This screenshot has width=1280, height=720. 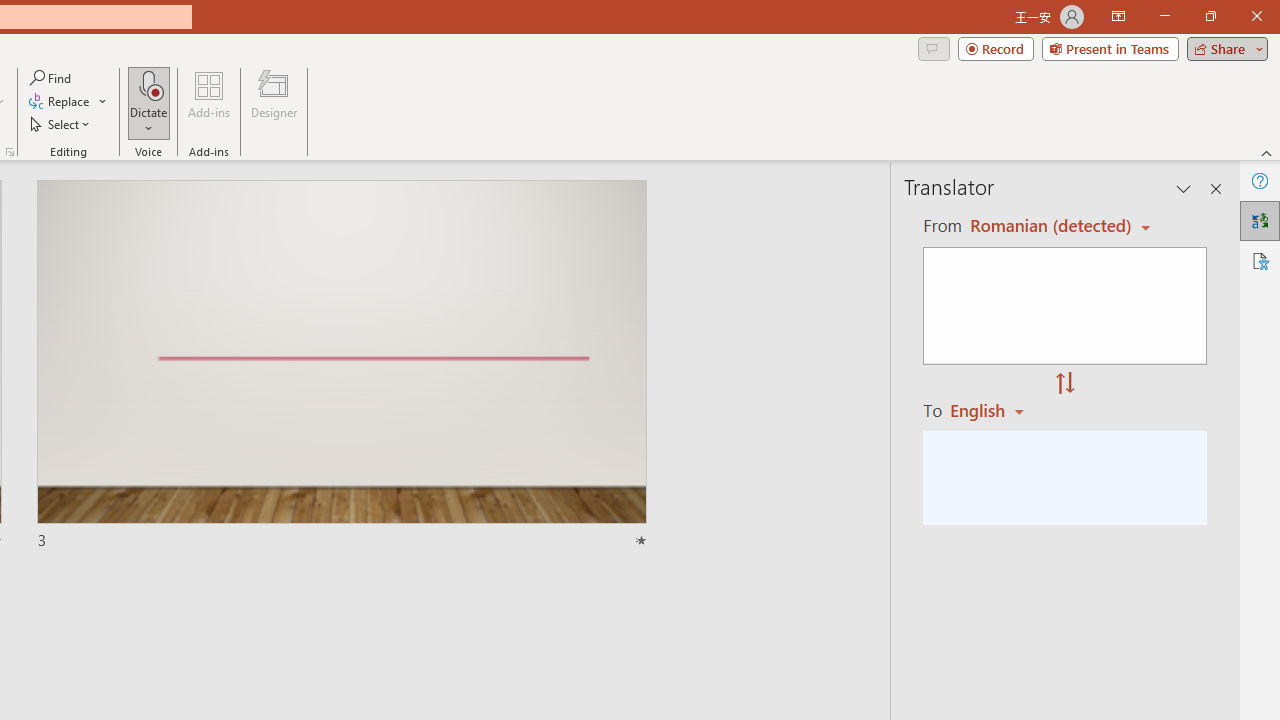 What do you see at coordinates (10, 150) in the screenshot?
I see `'Format Object...'` at bounding box center [10, 150].